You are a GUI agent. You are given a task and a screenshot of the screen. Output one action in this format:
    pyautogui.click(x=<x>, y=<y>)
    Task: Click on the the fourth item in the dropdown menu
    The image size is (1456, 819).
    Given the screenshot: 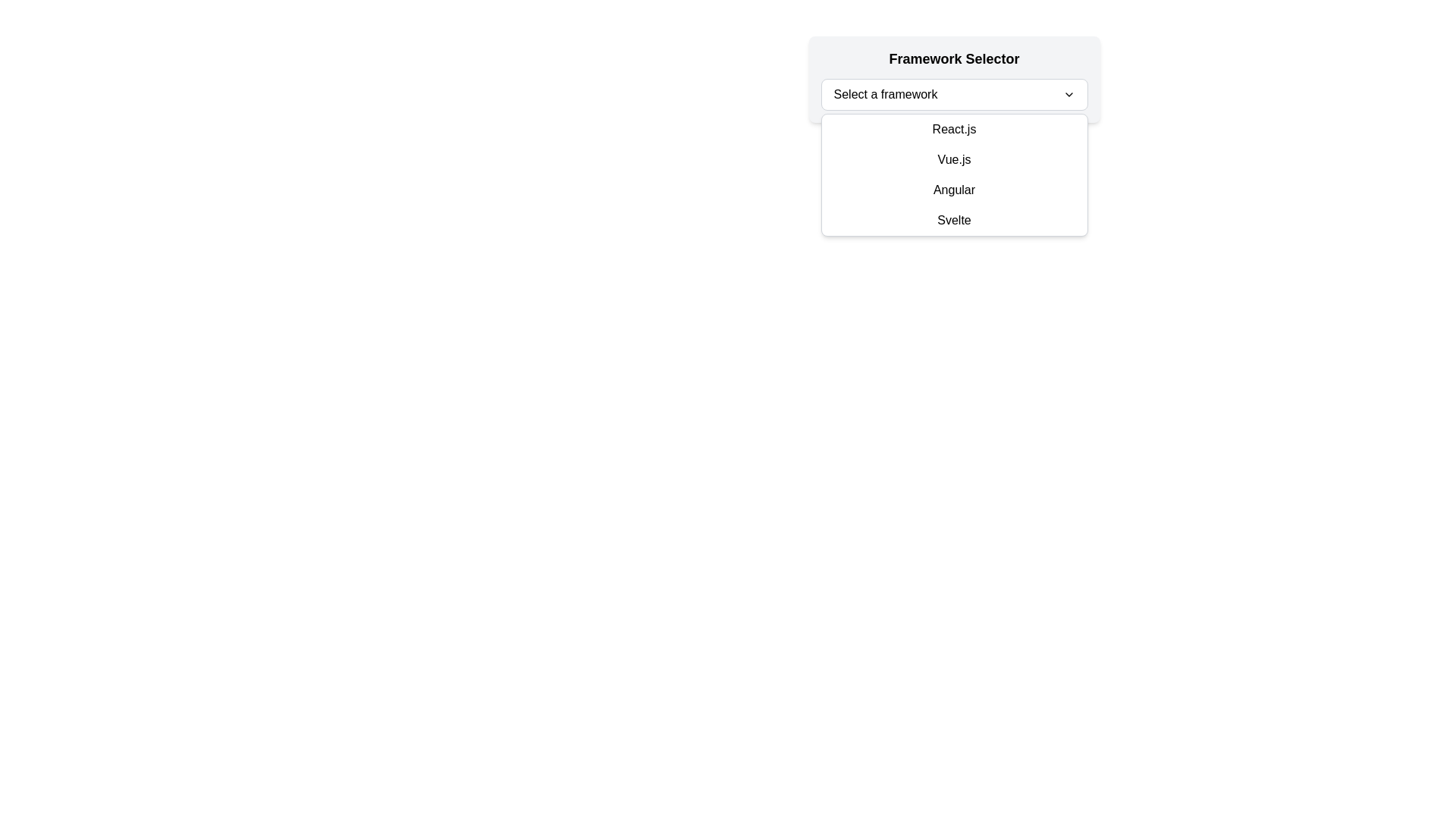 What is the action you would take?
    pyautogui.click(x=953, y=220)
    